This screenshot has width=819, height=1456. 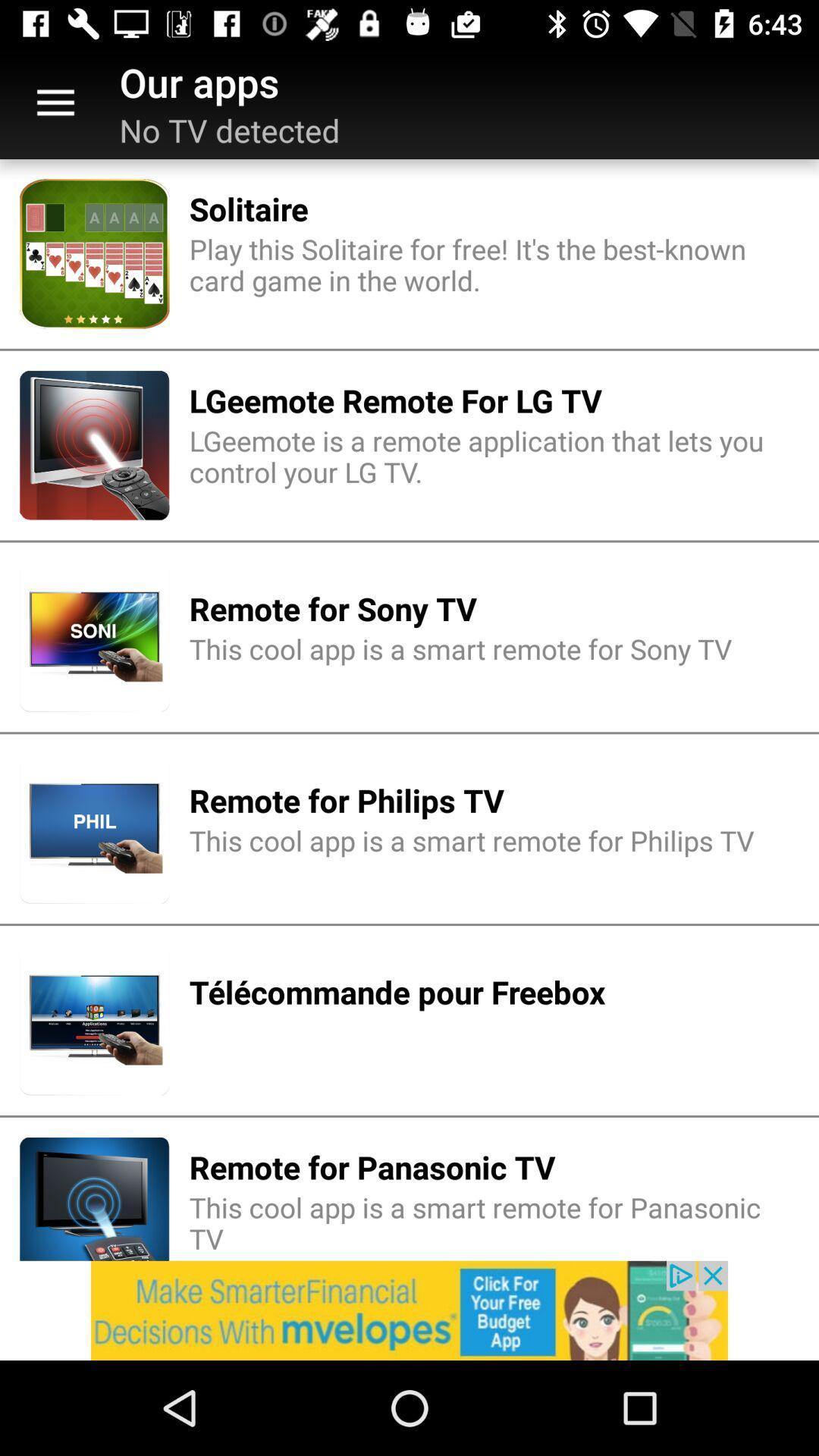 What do you see at coordinates (409, 1310) in the screenshot?
I see `advertisement link` at bounding box center [409, 1310].